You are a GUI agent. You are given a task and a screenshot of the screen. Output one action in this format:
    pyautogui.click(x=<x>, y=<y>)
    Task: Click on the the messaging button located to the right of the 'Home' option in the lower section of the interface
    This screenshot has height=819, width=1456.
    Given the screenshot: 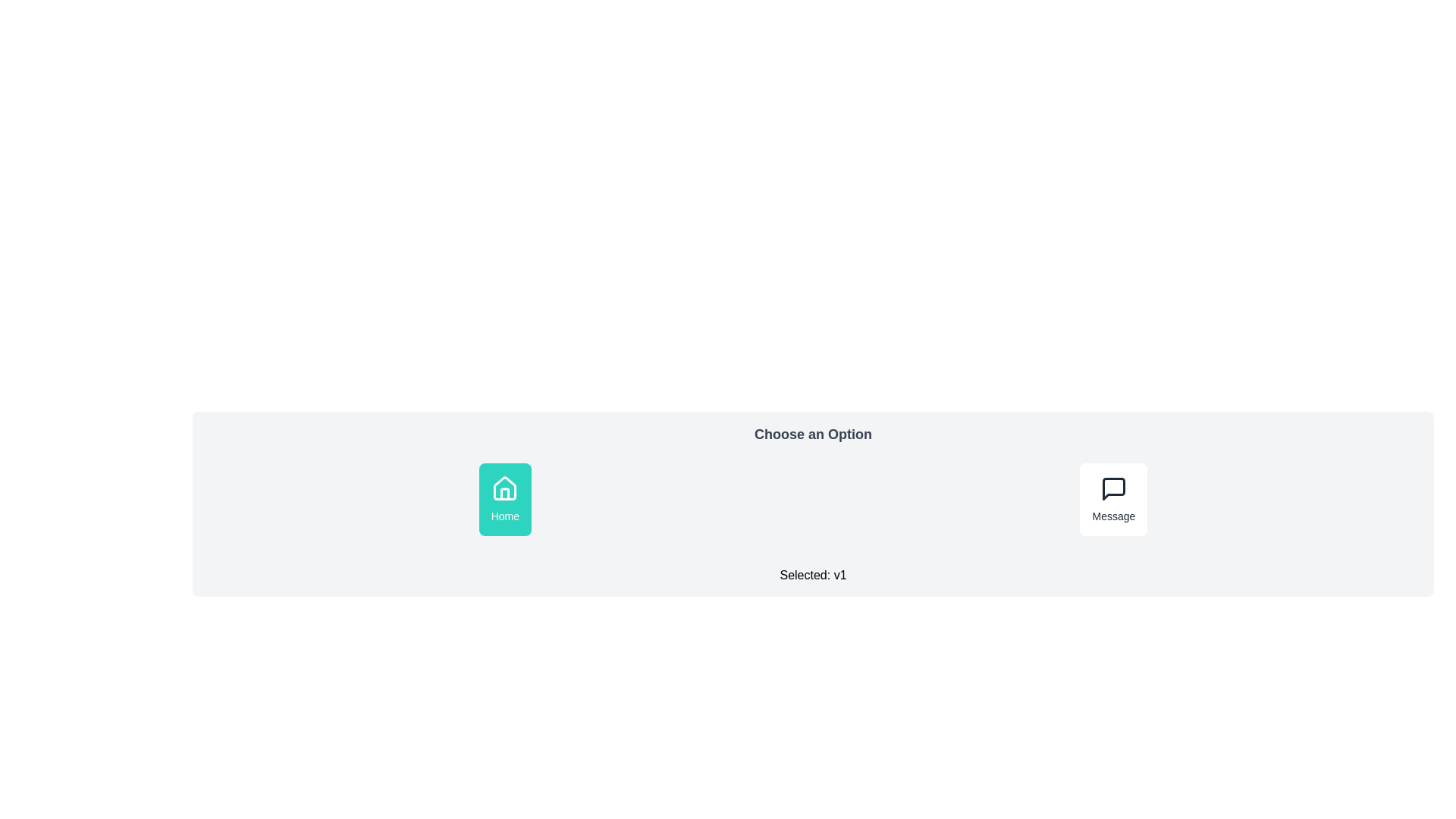 What is the action you would take?
    pyautogui.click(x=1113, y=500)
    